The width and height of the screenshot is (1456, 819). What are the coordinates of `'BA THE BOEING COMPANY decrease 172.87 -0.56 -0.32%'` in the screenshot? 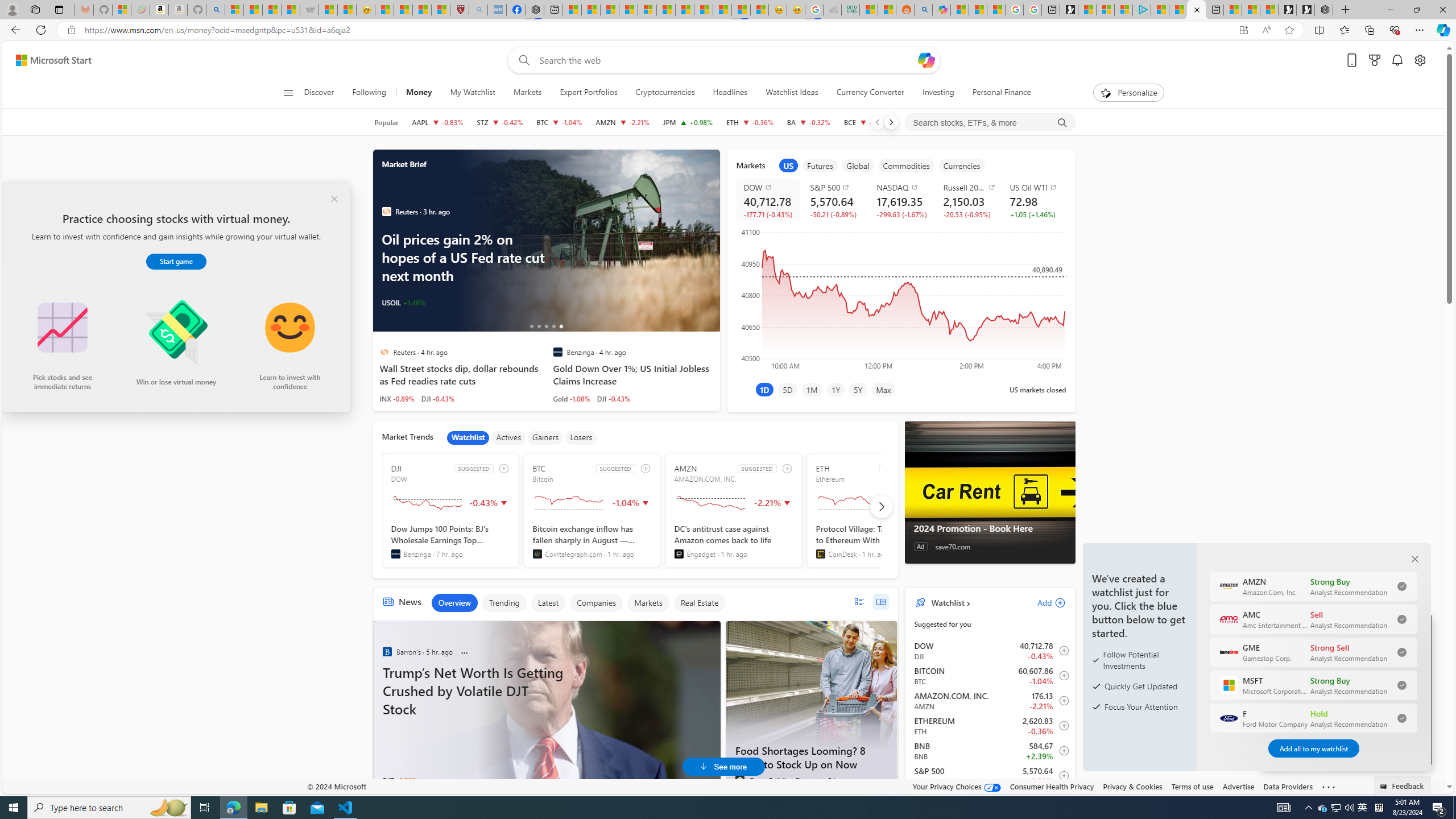 It's located at (809, 122).